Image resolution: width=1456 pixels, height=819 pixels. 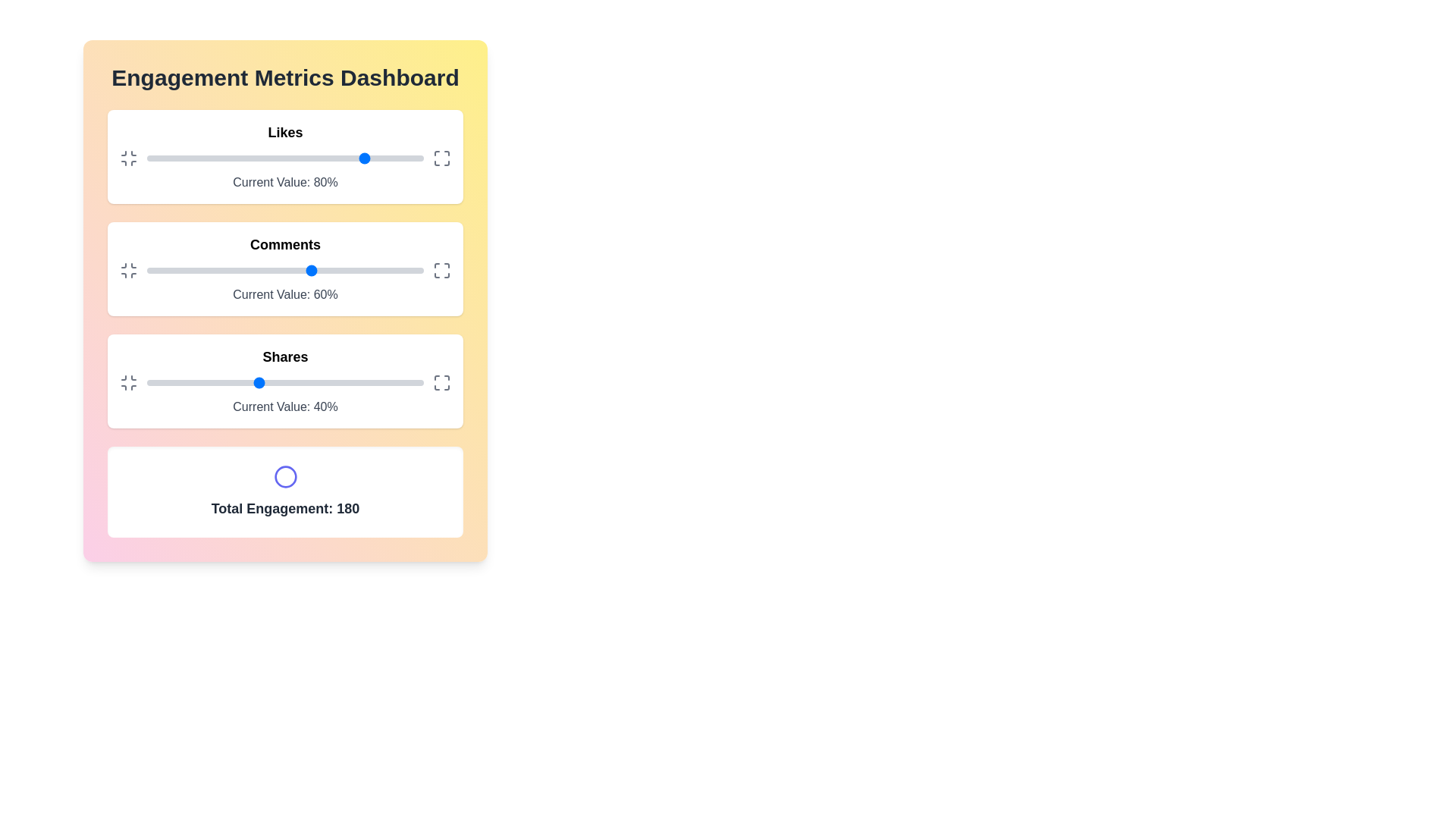 I want to click on the comments slider, so click(x=353, y=270).